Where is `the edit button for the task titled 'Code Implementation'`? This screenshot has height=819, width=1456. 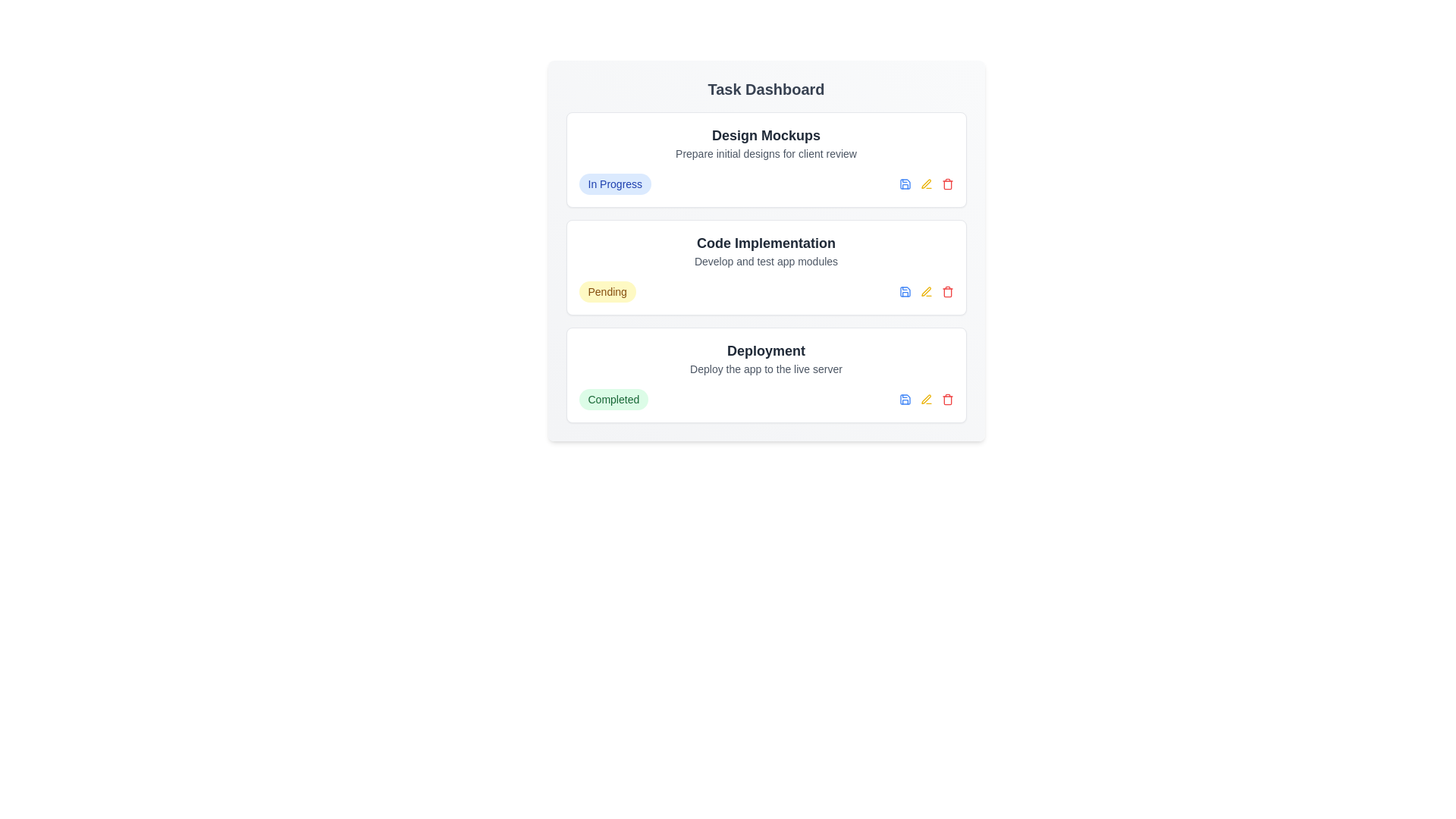 the edit button for the task titled 'Code Implementation' is located at coordinates (925, 292).